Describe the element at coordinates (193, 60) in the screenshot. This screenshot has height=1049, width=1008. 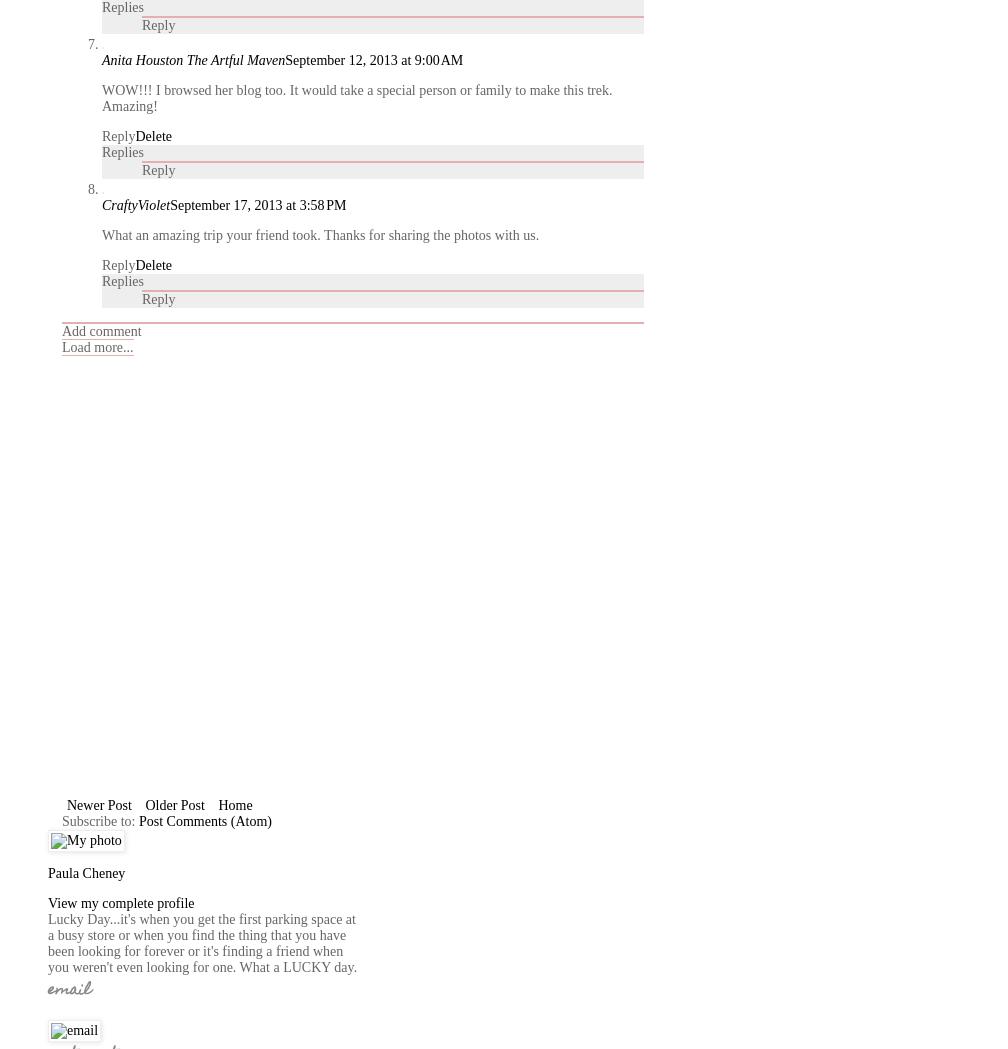
I see `'Anita Houston The Artful Maven'` at that location.